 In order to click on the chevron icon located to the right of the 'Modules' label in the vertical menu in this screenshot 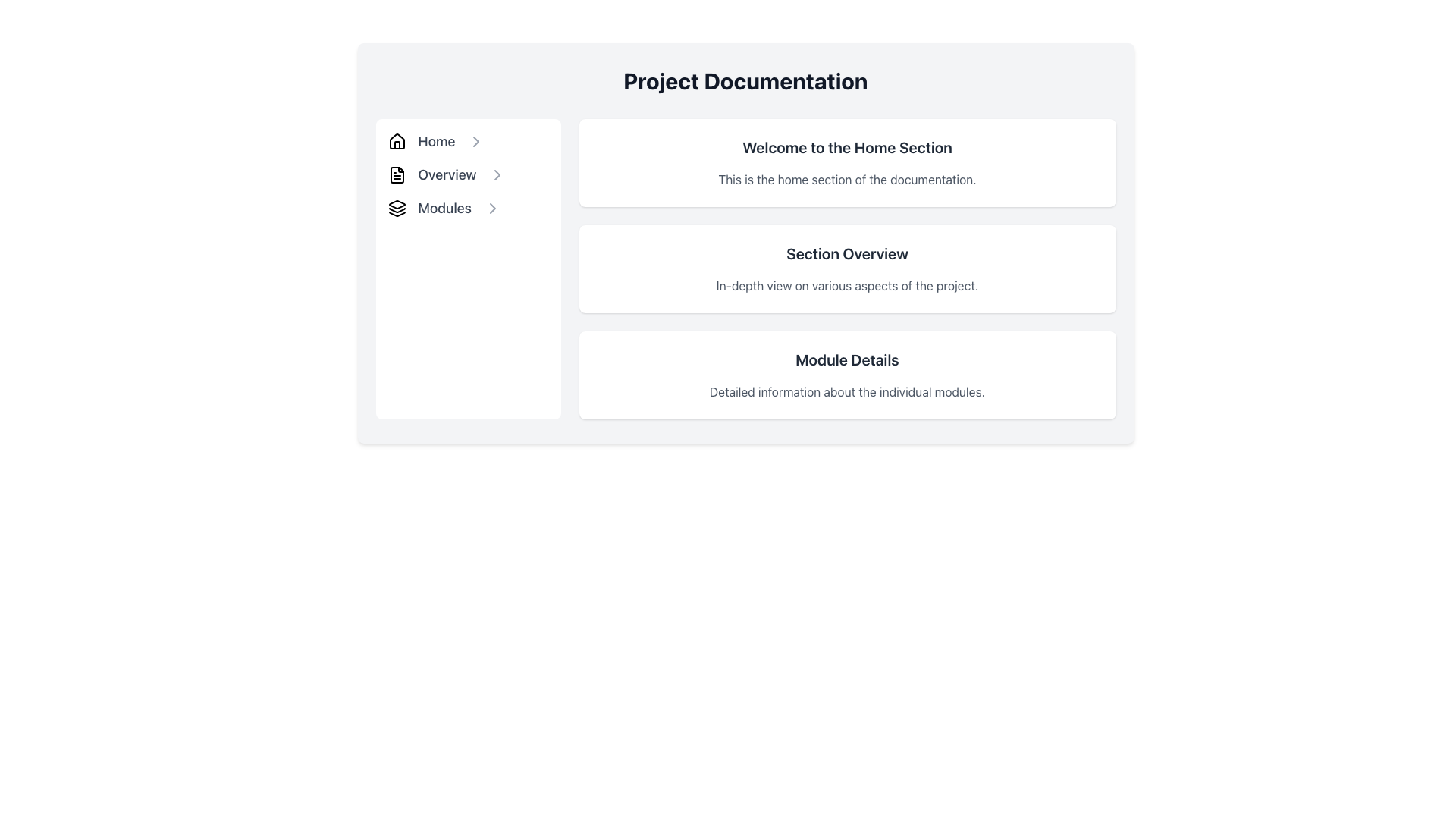, I will do `click(492, 208)`.